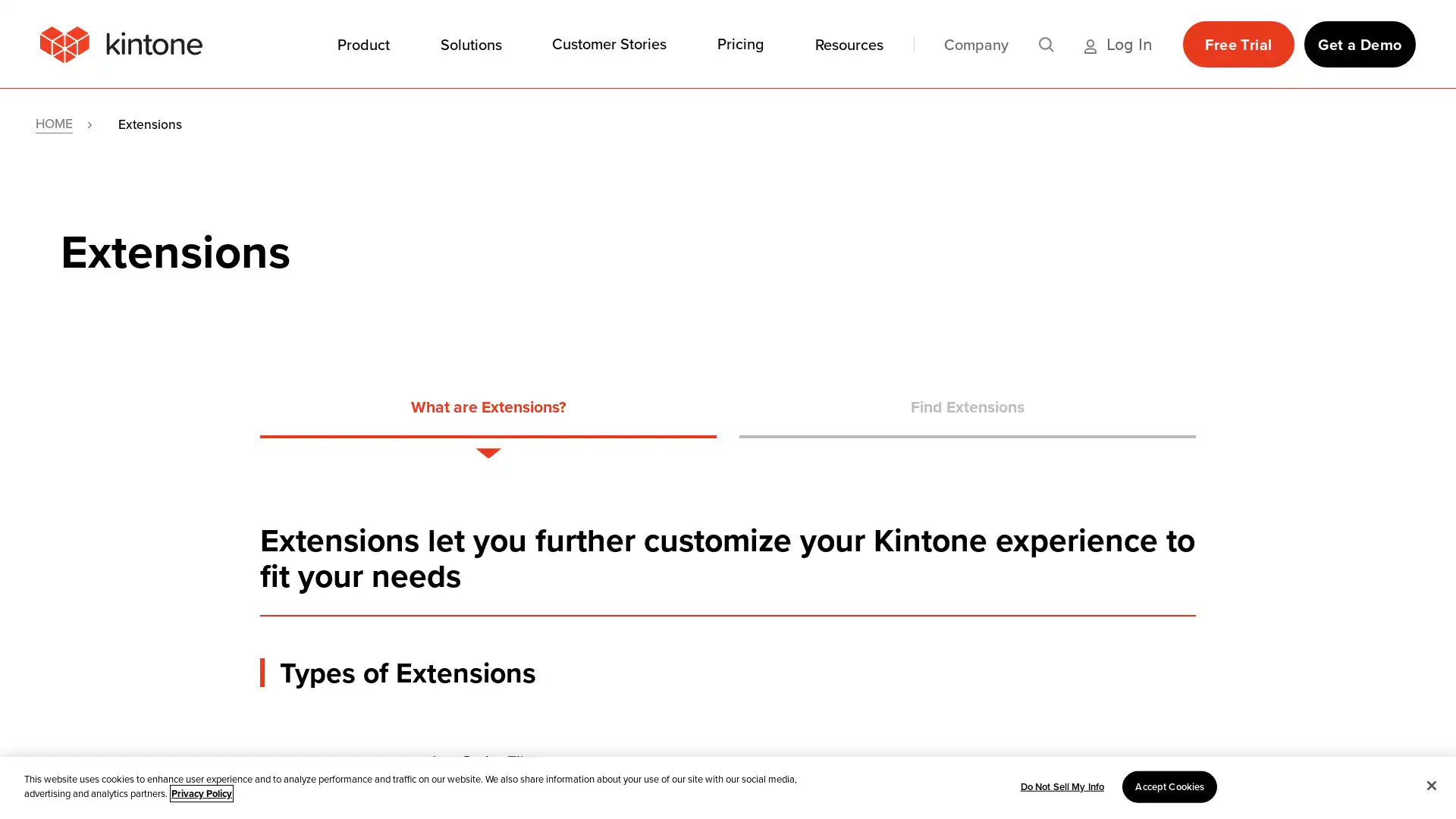 This screenshot has height=819, width=1456. What do you see at coordinates (1118, 42) in the screenshot?
I see `Log In` at bounding box center [1118, 42].